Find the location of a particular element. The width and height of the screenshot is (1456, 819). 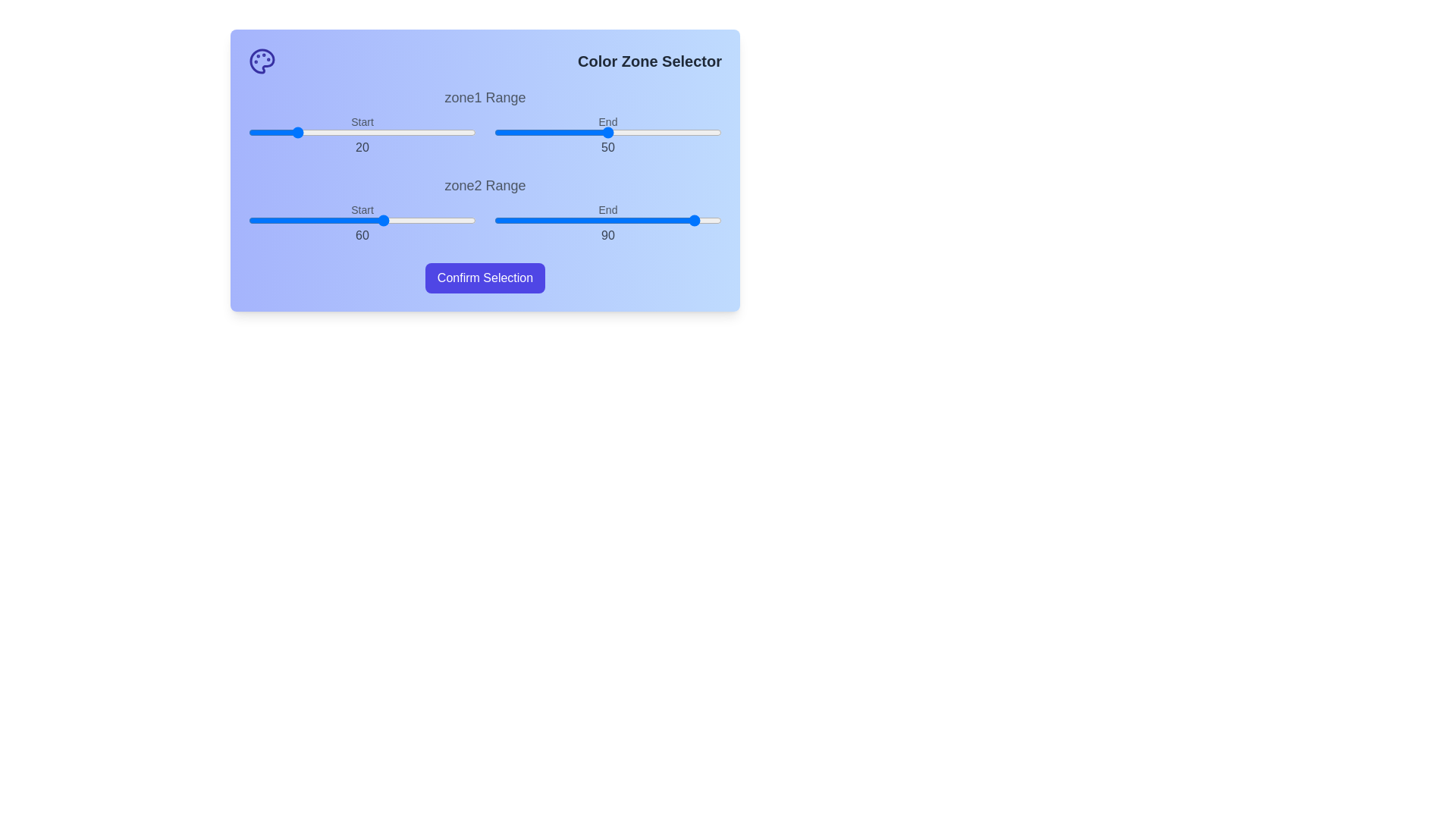

the start range slider for zone1 to 56 is located at coordinates (375, 131).